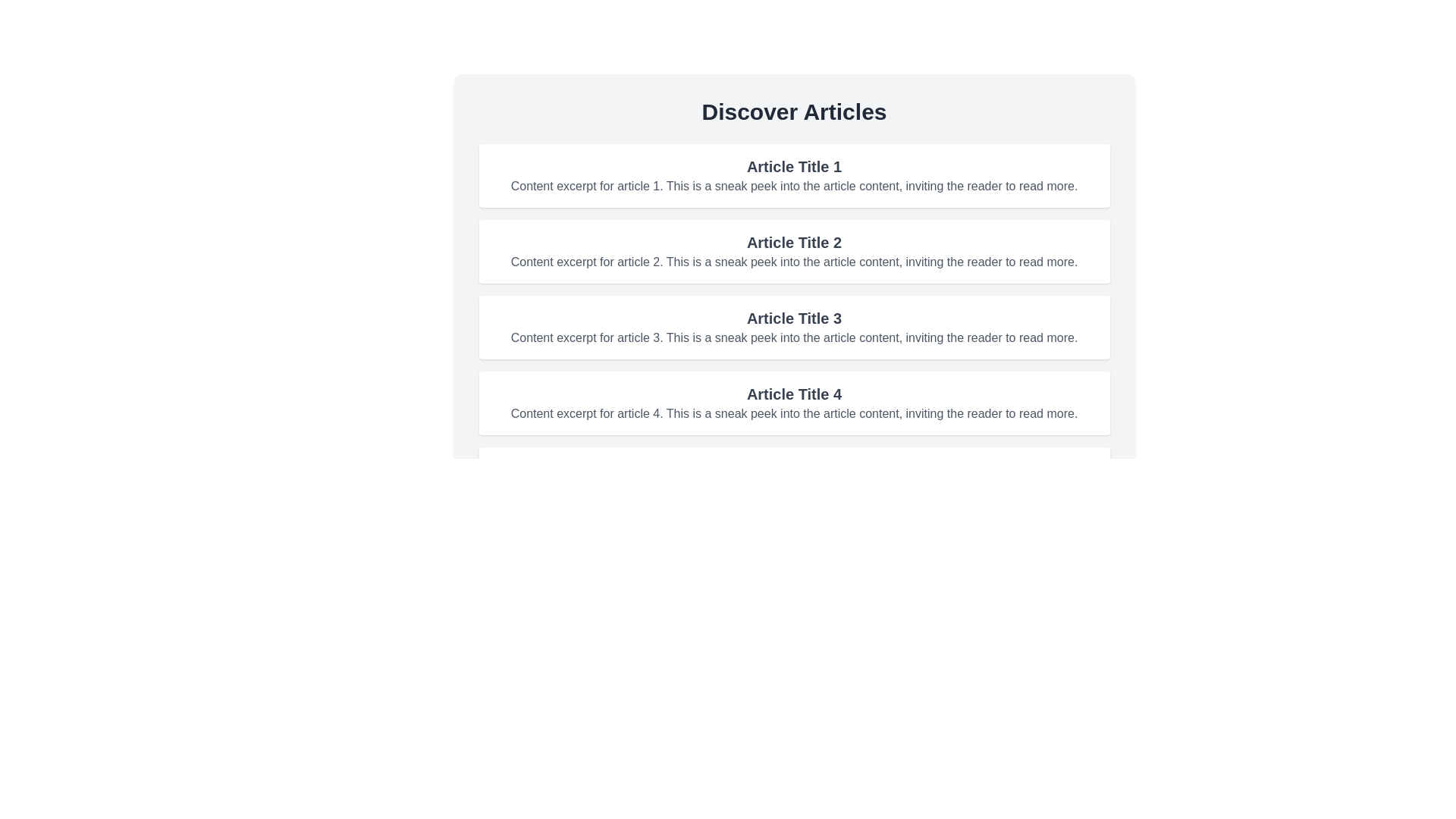 The height and width of the screenshot is (819, 1456). Describe the element at coordinates (793, 166) in the screenshot. I see `the article preview title located at the top of the list of articles for additional context` at that location.